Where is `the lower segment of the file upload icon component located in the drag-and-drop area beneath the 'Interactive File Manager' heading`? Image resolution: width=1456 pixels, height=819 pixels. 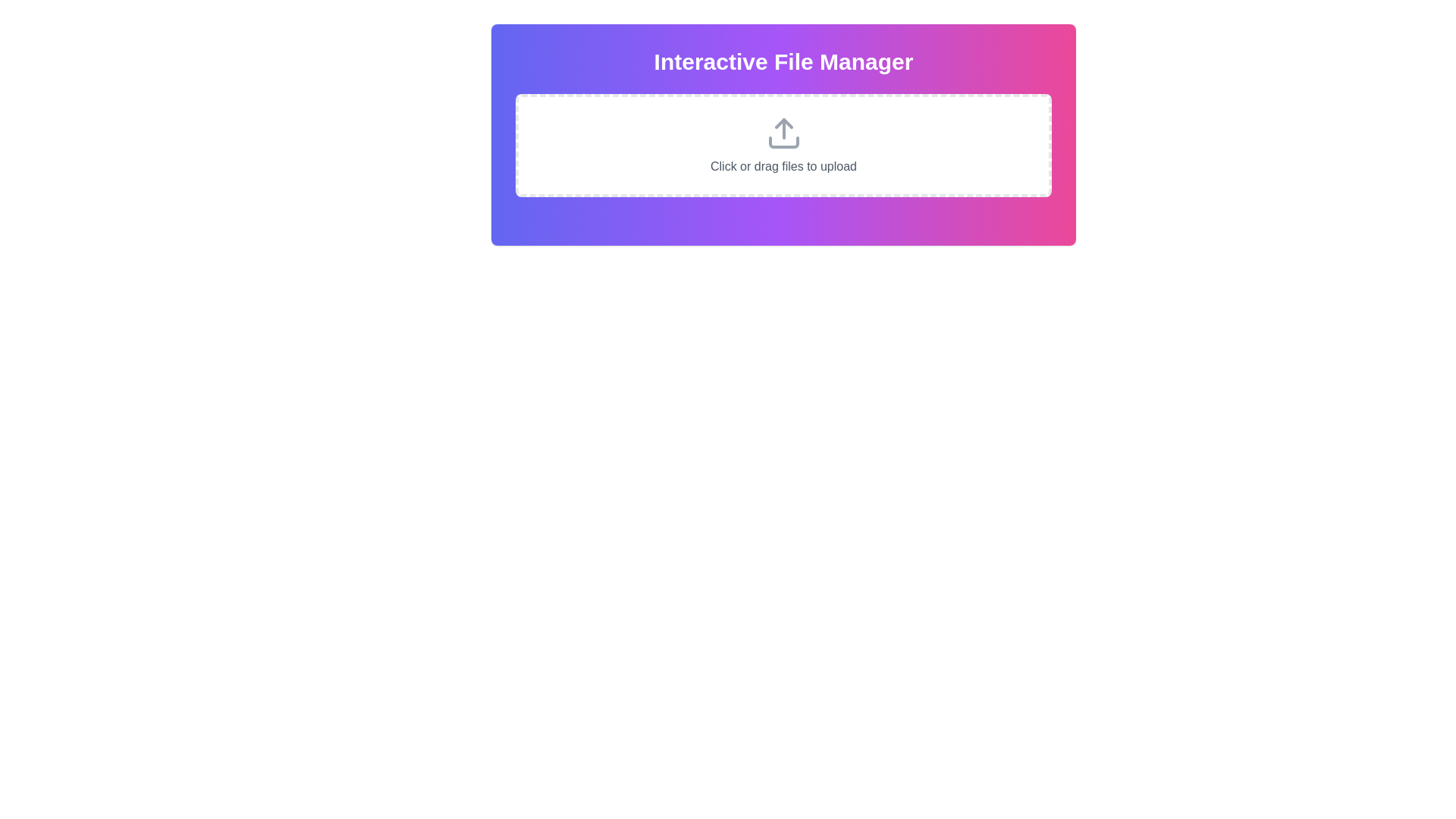
the lower segment of the file upload icon component located in the drag-and-drop area beneath the 'Interactive File Manager' heading is located at coordinates (783, 143).